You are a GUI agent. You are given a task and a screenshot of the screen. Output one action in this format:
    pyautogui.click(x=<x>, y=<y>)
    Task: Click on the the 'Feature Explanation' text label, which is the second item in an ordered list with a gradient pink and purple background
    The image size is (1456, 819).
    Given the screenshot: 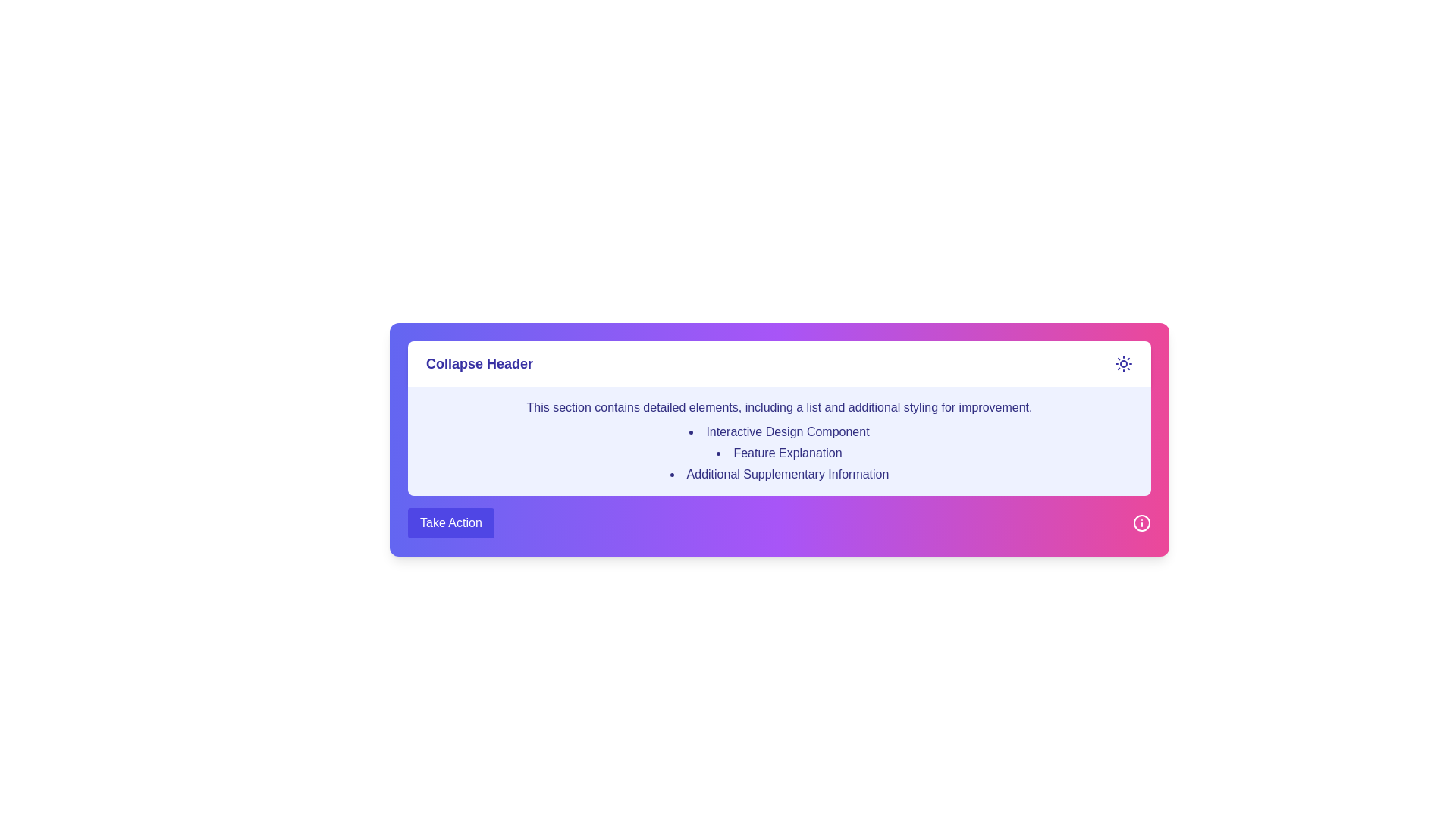 What is the action you would take?
    pyautogui.click(x=779, y=452)
    